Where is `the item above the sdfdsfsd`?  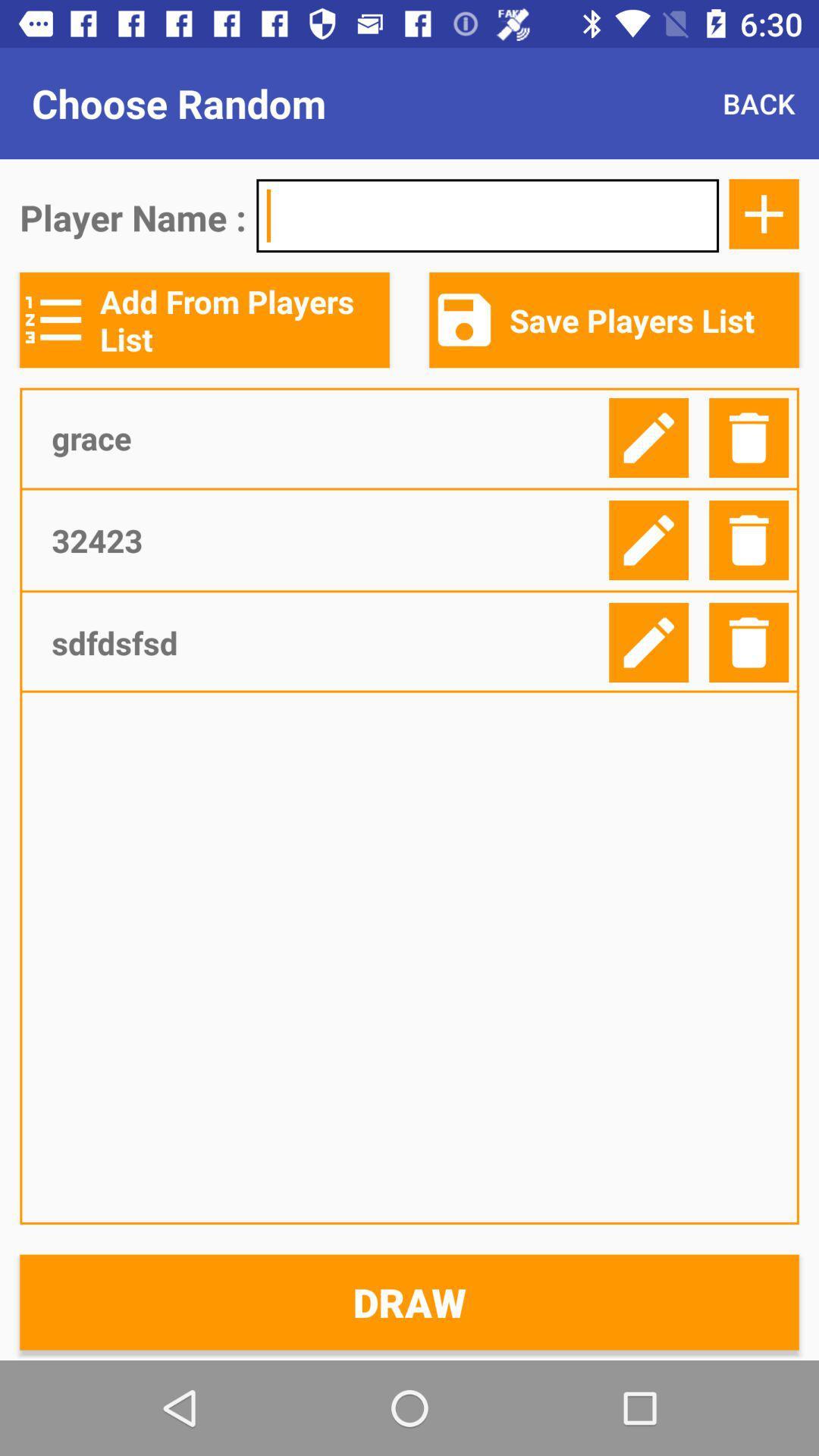 the item above the sdfdsfsd is located at coordinates (324, 540).